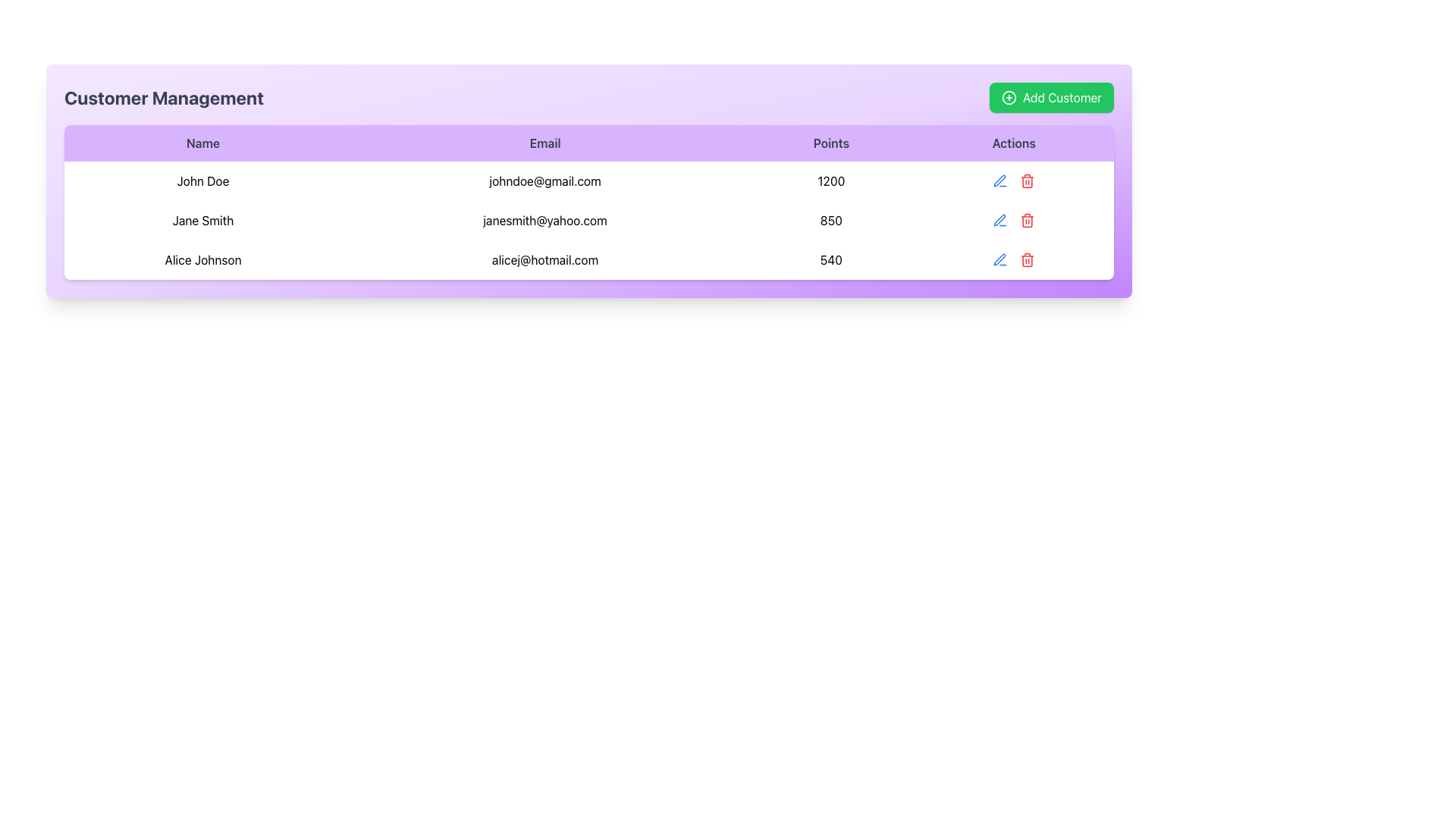 The height and width of the screenshot is (819, 1456). I want to click on the text label component displaying the email address of a customer in the third row under the 'Email' column in the table layout, so click(545, 259).